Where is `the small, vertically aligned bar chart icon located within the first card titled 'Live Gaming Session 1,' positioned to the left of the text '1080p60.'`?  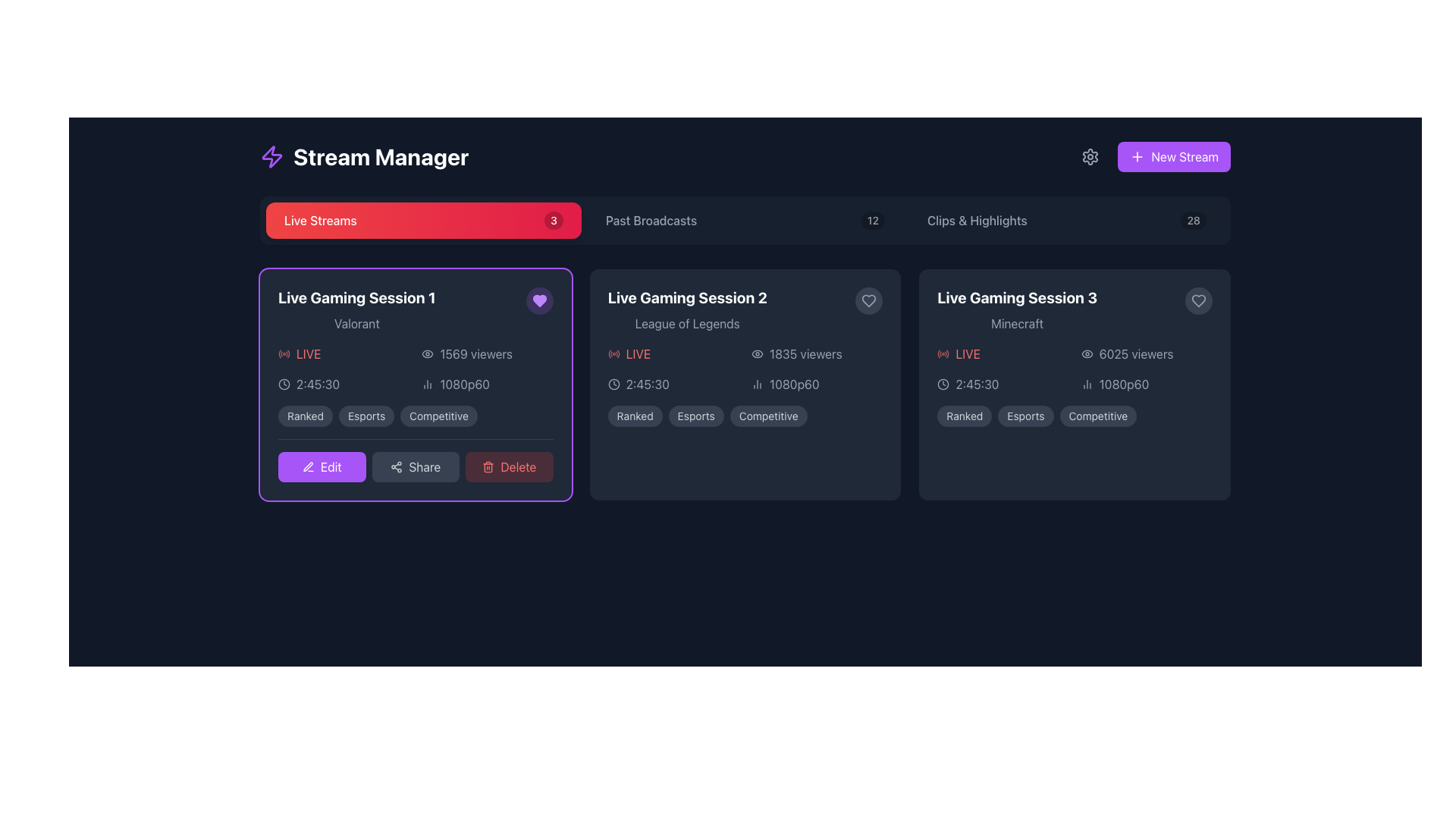
the small, vertically aligned bar chart icon located within the first card titled 'Live Gaming Session 1,' positioned to the left of the text '1080p60.' is located at coordinates (427, 383).